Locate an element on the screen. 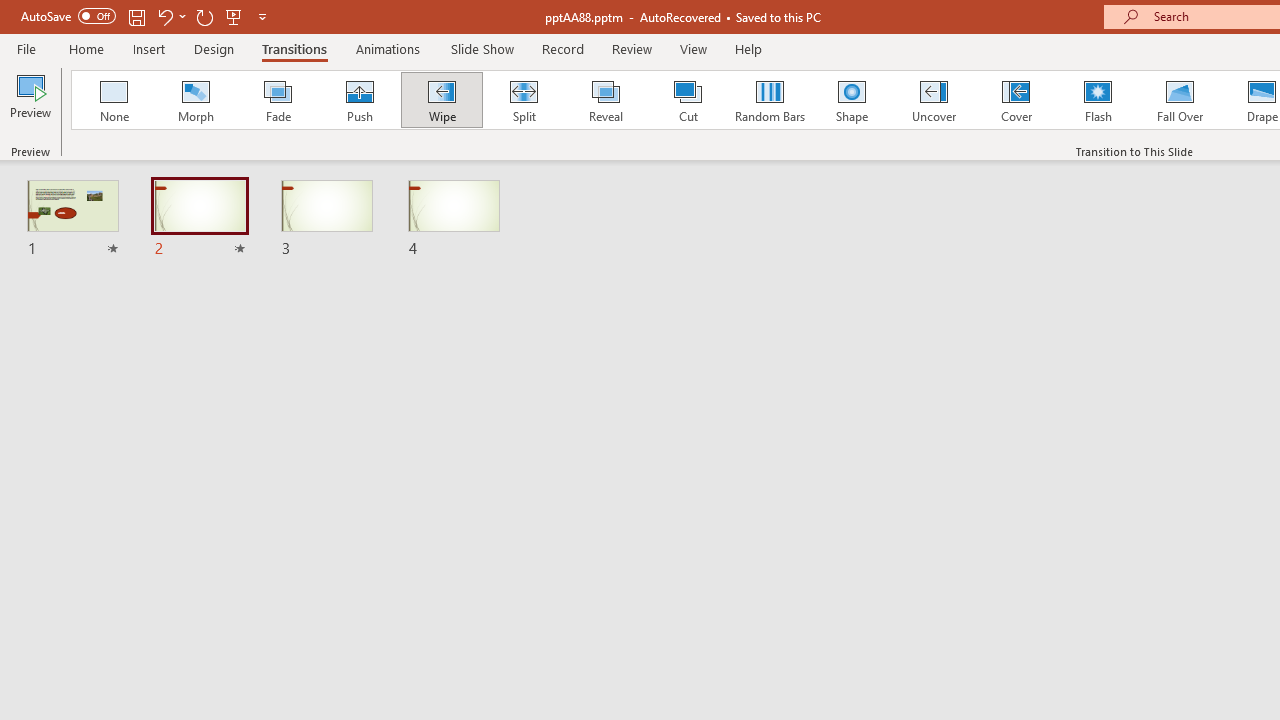 Image resolution: width=1280 pixels, height=720 pixels. 'Flash' is located at coordinates (1097, 100).